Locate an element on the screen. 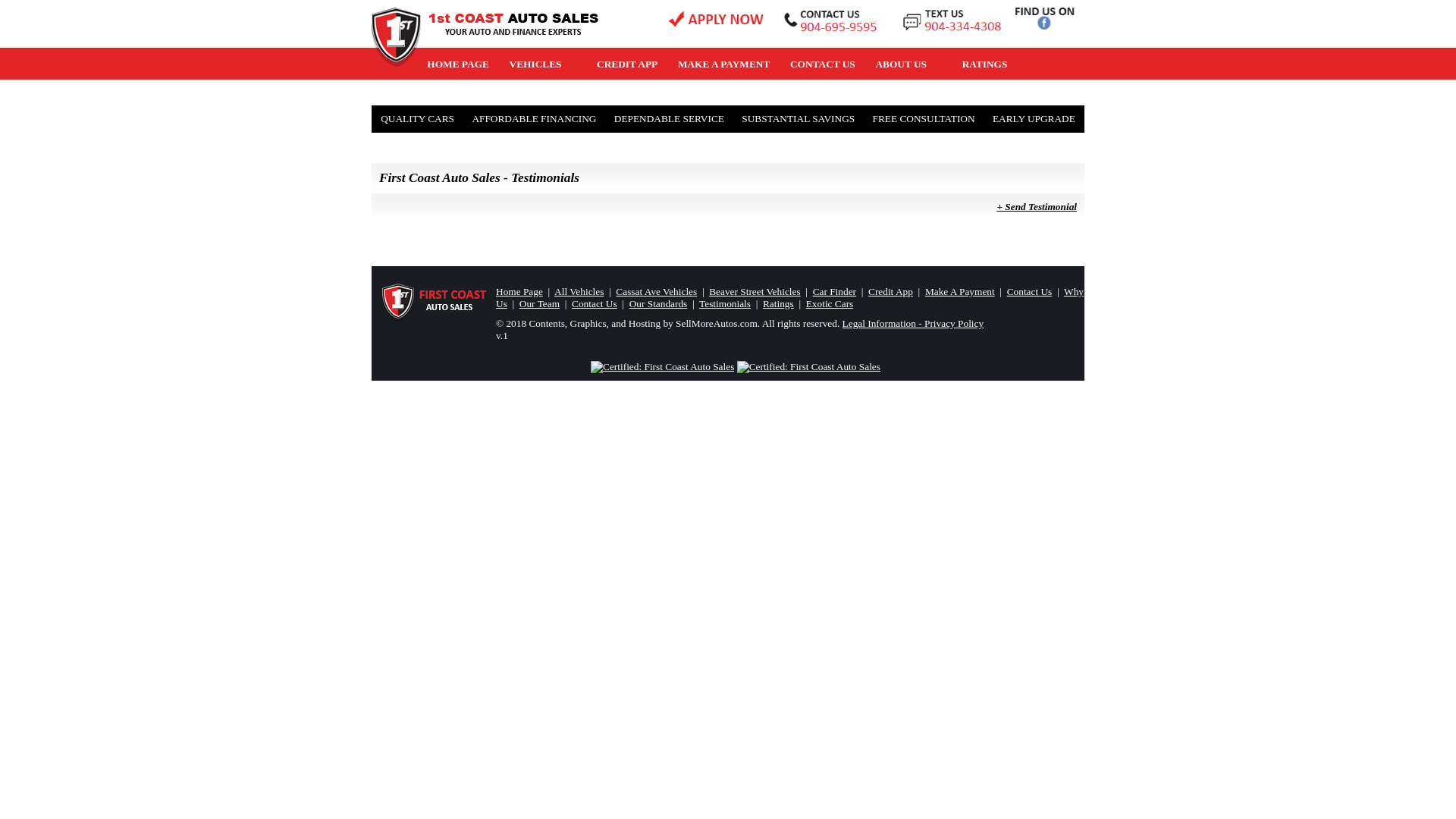 Image resolution: width=1456 pixels, height=819 pixels. 'Our Standards' is located at coordinates (658, 303).